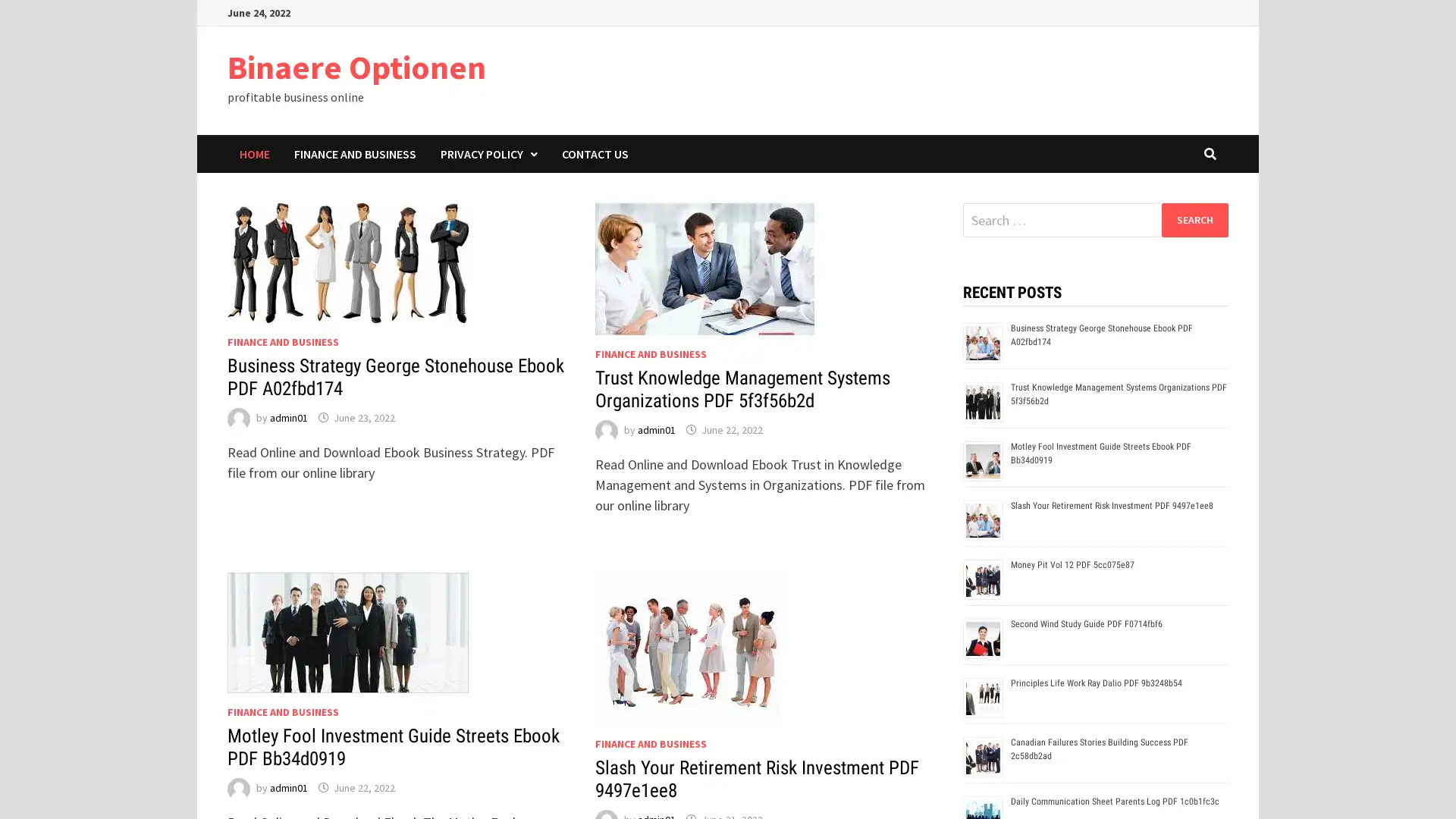 The image size is (1456, 819). What do you see at coordinates (1194, 219) in the screenshot?
I see `Search` at bounding box center [1194, 219].